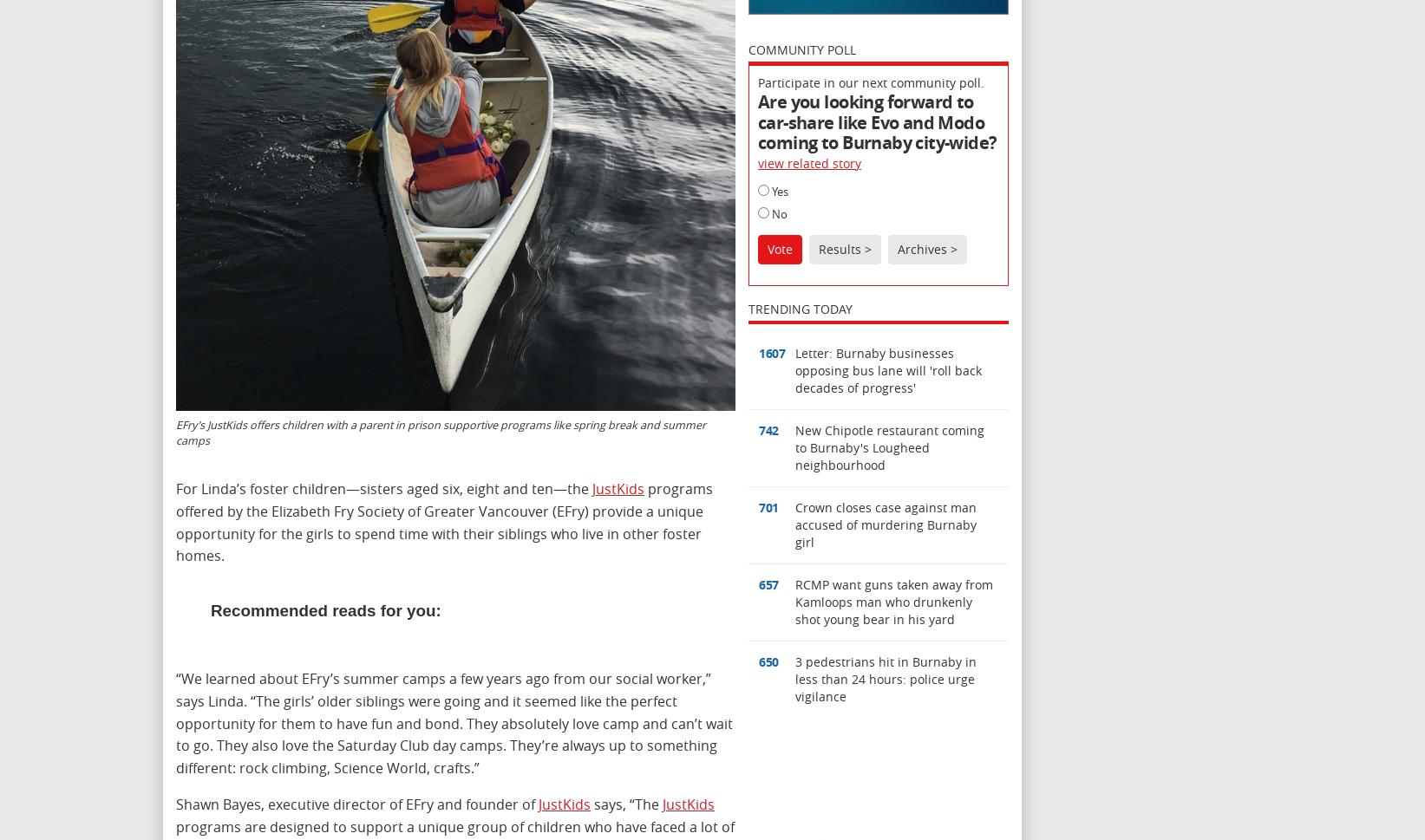 The width and height of the screenshot is (1425, 840). I want to click on 'Shawn Bayes, executive director of EFry and founder of', so click(176, 803).